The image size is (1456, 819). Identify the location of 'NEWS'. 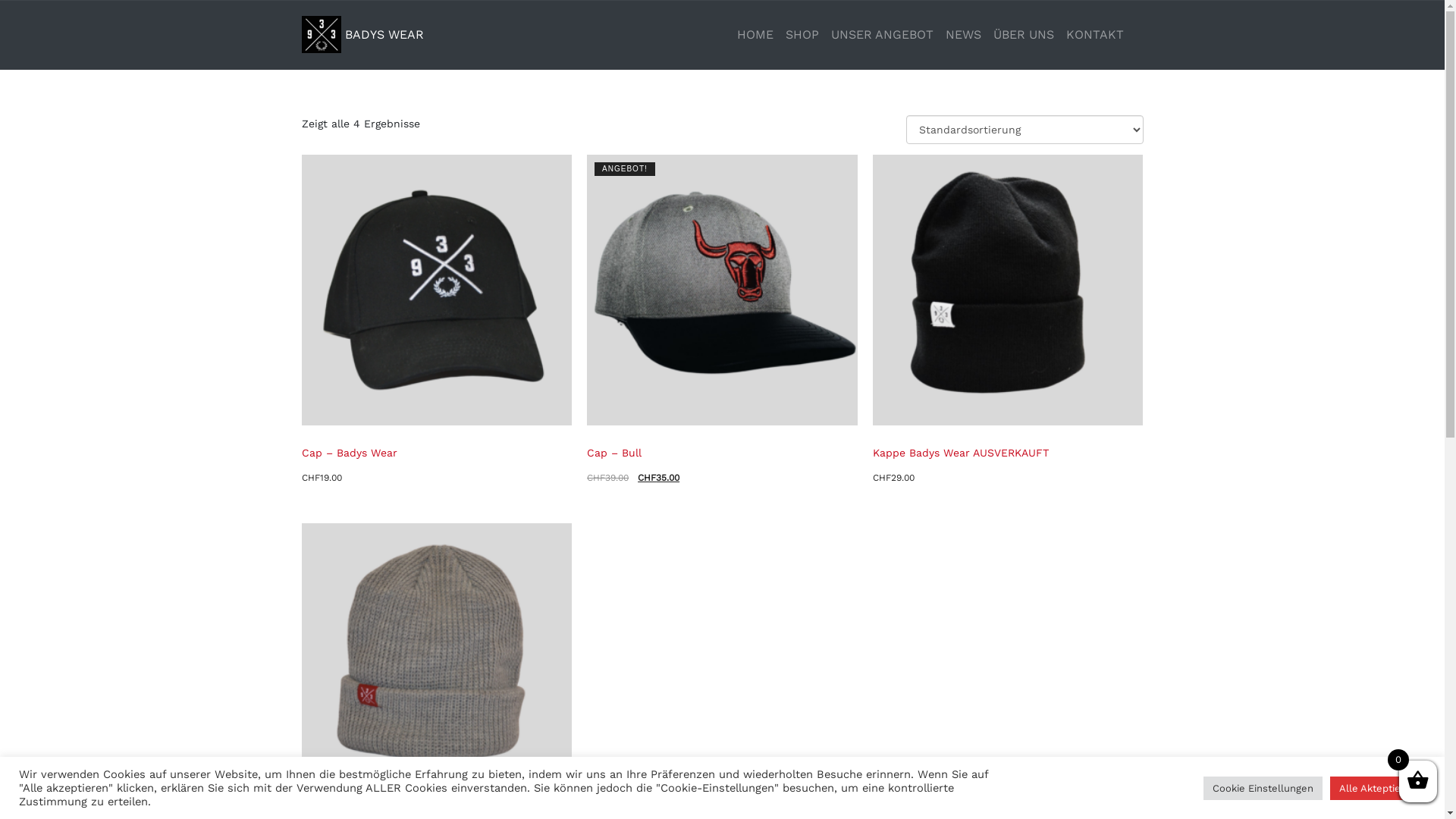
(962, 34).